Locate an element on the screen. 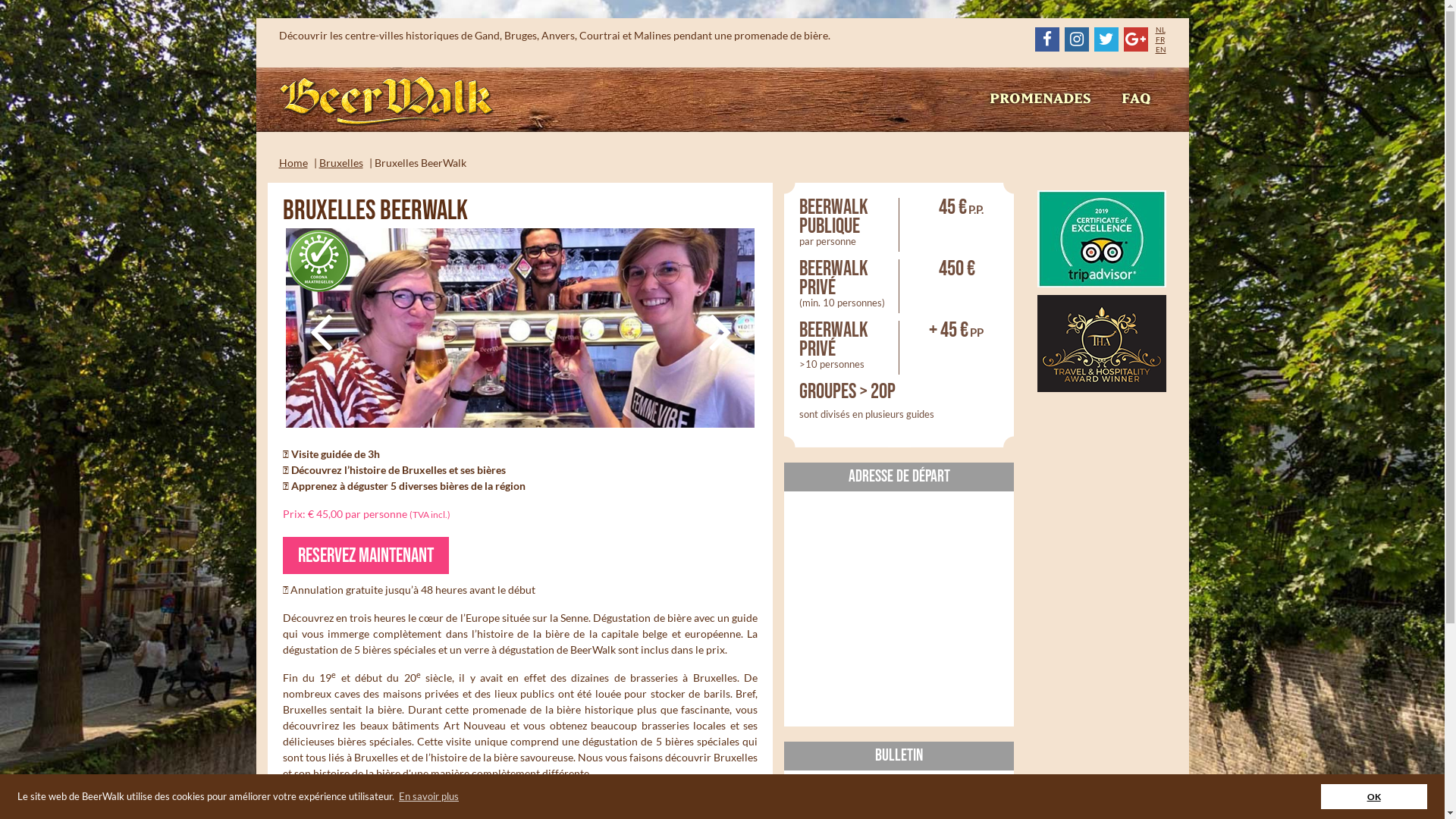 The image size is (1456, 819). 'RESERVEZ MAINTENANT' is located at coordinates (365, 555).